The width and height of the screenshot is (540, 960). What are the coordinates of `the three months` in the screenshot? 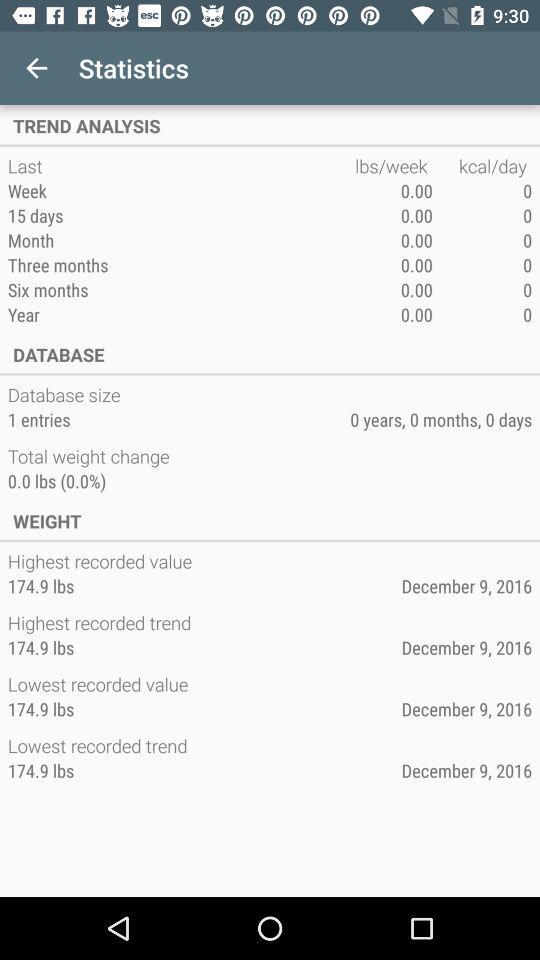 It's located at (181, 264).